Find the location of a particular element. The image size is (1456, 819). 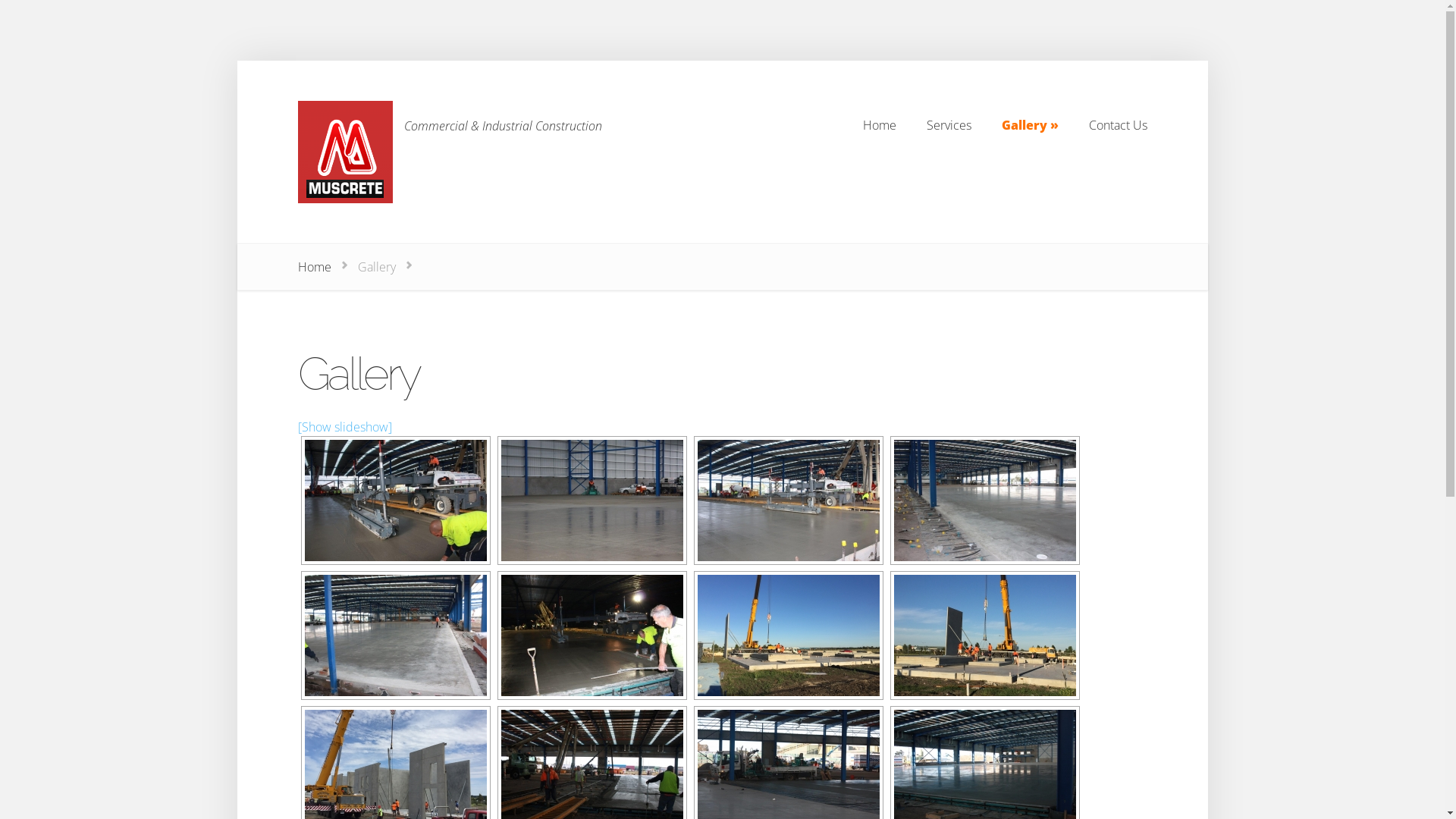

'Home' is located at coordinates (312, 265).